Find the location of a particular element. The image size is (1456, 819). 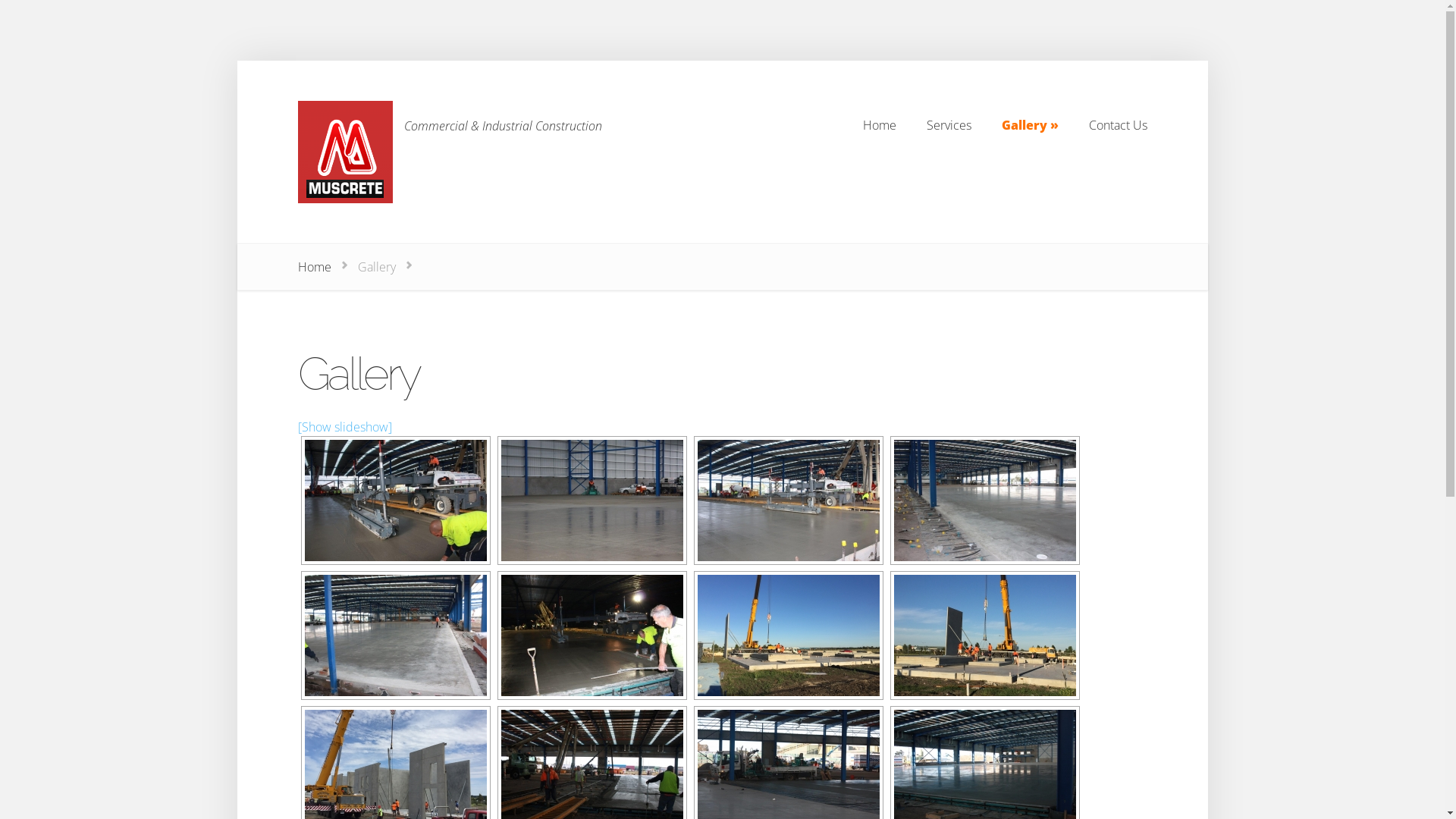

'Home' is located at coordinates (312, 265).